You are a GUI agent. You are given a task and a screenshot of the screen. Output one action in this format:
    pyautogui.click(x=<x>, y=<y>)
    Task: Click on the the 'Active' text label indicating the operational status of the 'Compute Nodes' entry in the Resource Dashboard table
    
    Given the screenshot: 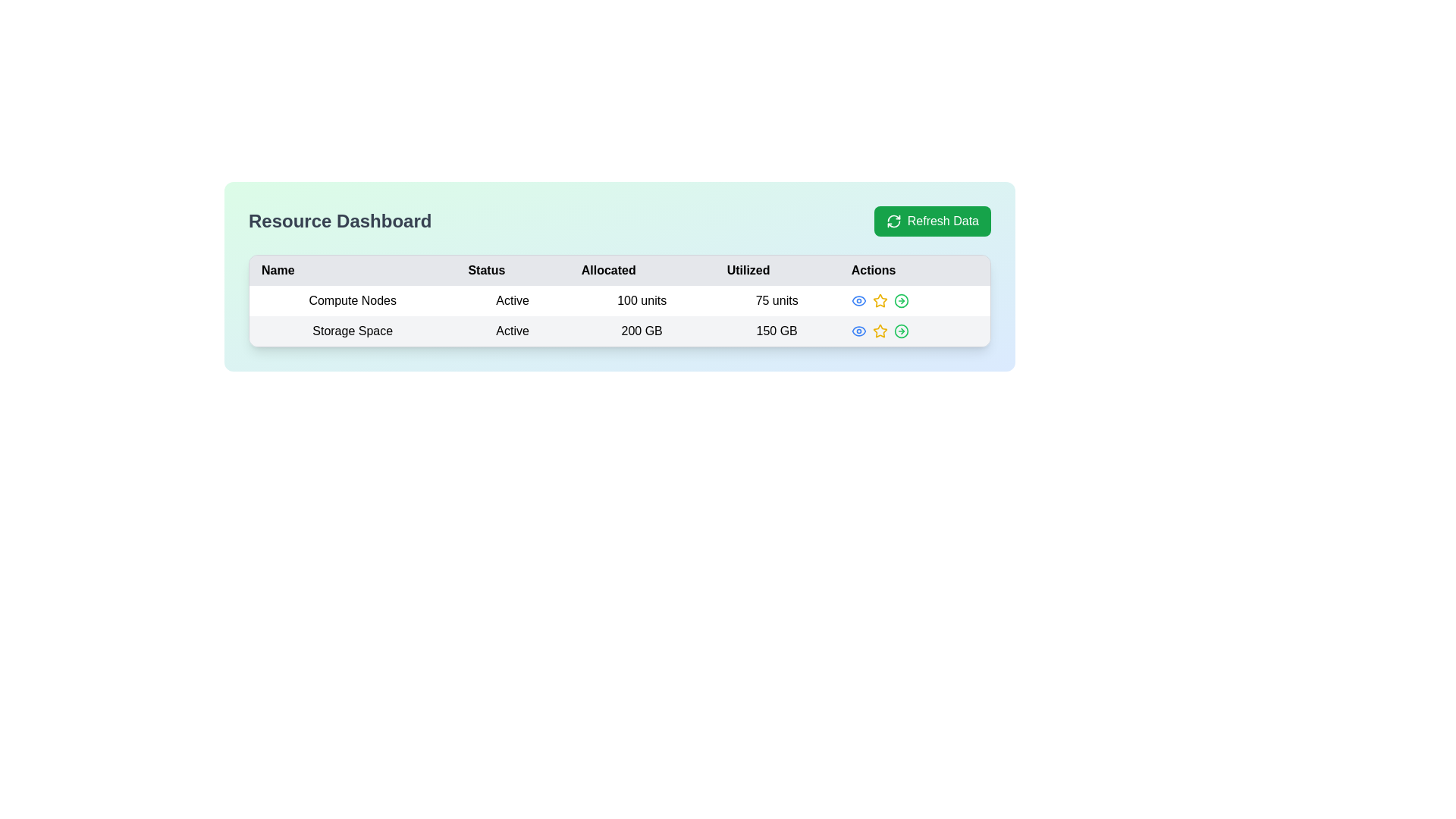 What is the action you would take?
    pyautogui.click(x=513, y=301)
    